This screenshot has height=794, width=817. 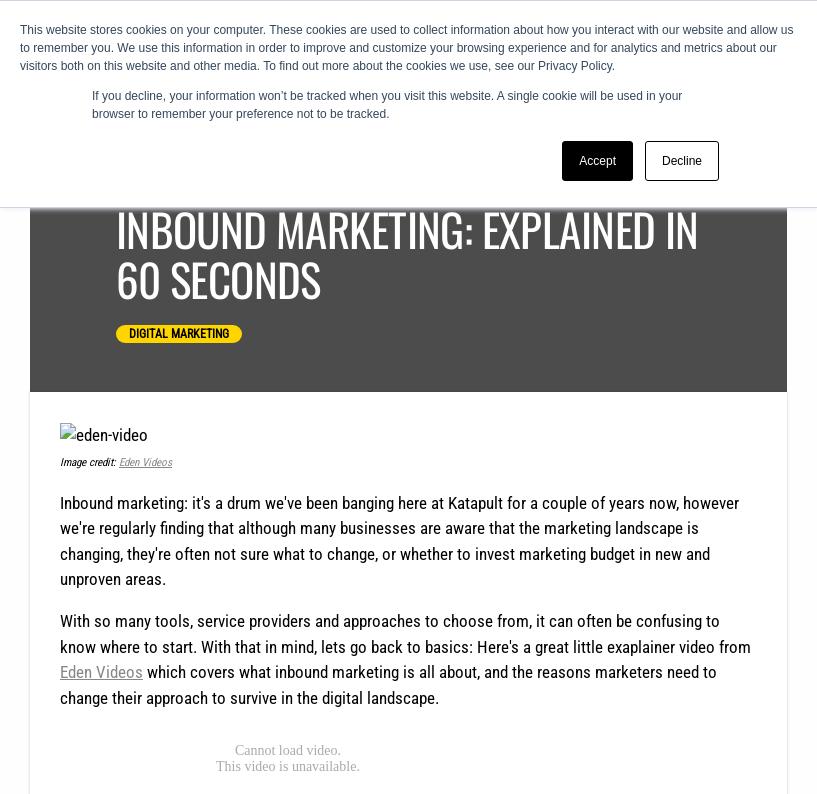 What do you see at coordinates (386, 103) in the screenshot?
I see `'If you decline, your information won’t be tracked when you visit this website. A single cookie will be used in your browser to remember your preference not to be tracked.'` at bounding box center [386, 103].